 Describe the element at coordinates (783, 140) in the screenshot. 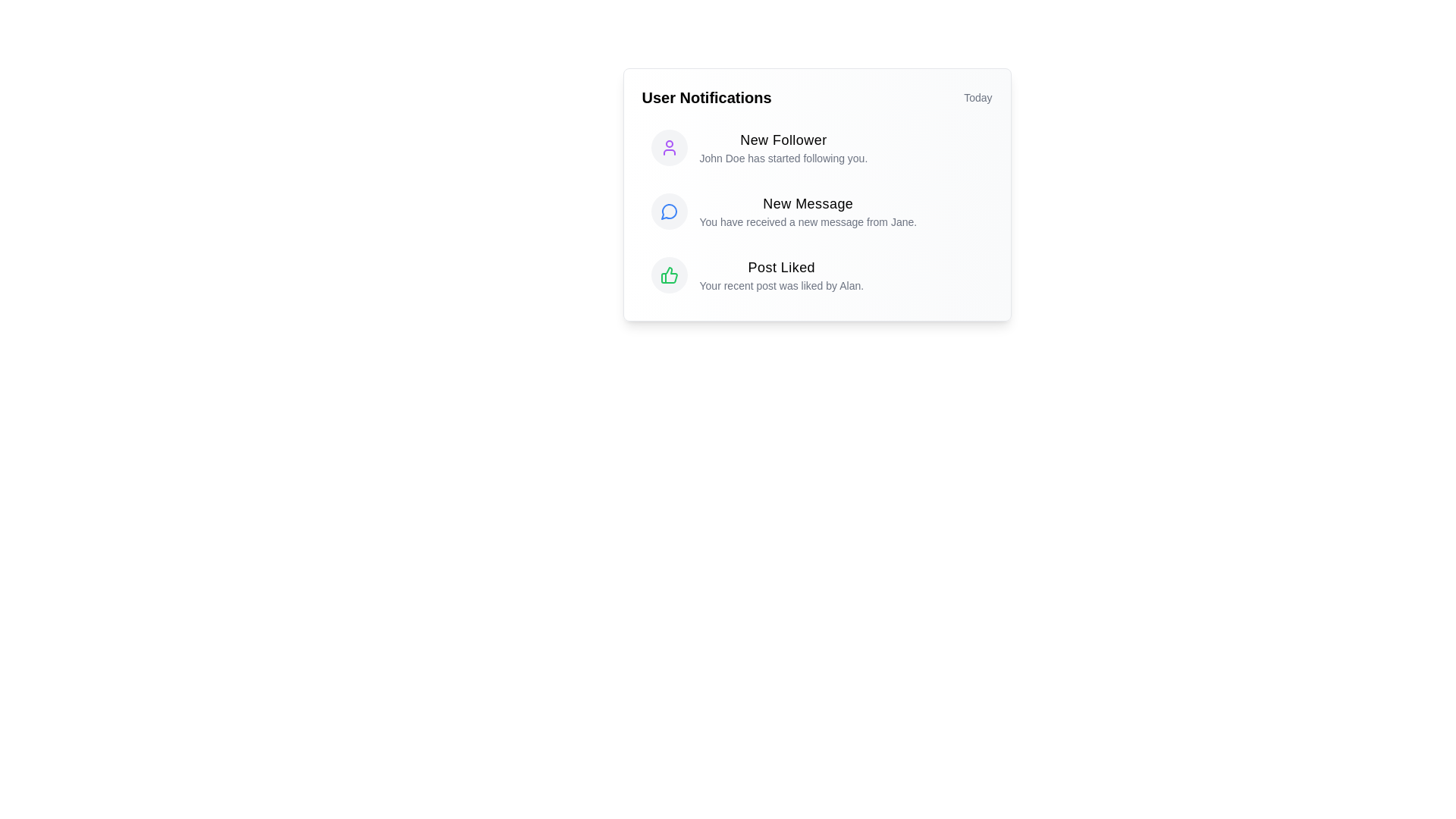

I see `the text label 'New Follower' which is displayed in bold font at the top center of the notification box` at that location.